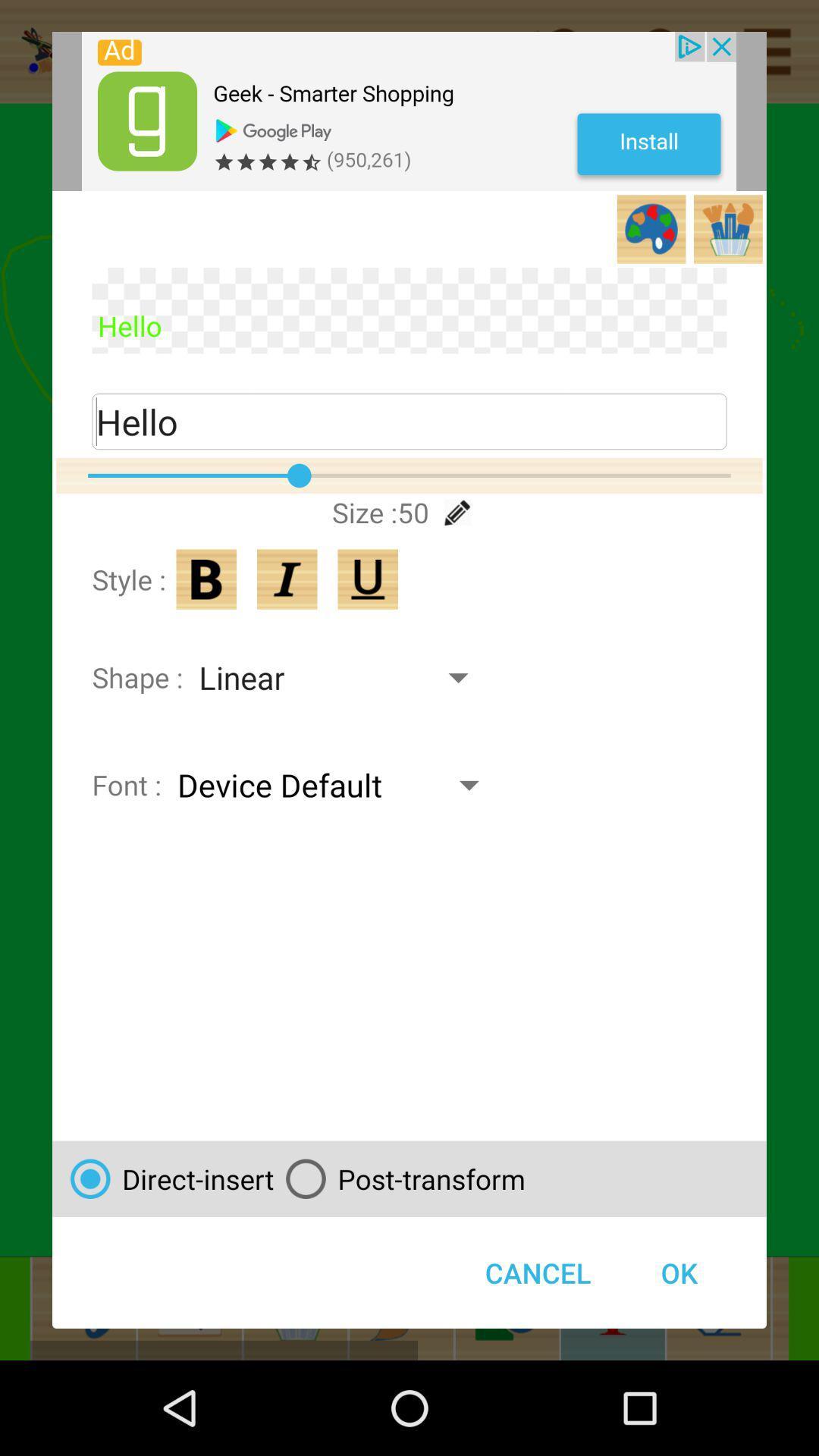 The height and width of the screenshot is (1456, 819). I want to click on paintastic draw color paint, so click(287, 579).